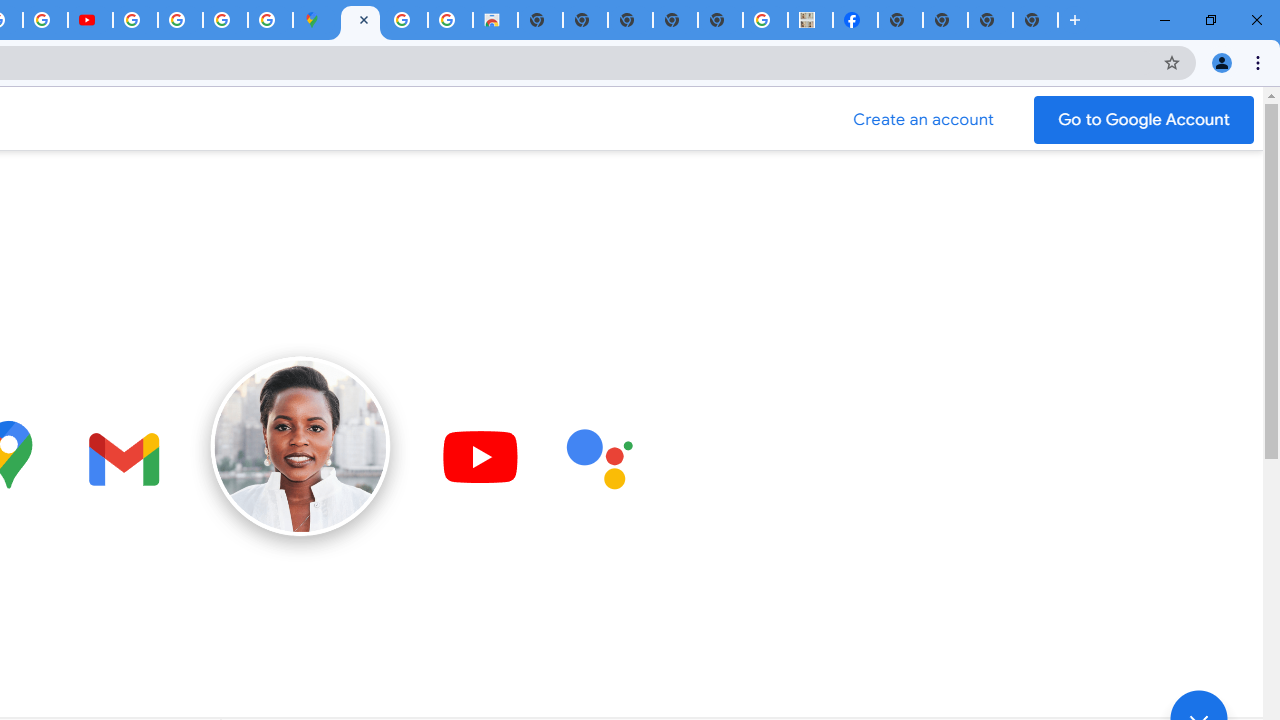  What do you see at coordinates (134, 20) in the screenshot?
I see `'How Chrome protects your passwords - Google Chrome Help'` at bounding box center [134, 20].